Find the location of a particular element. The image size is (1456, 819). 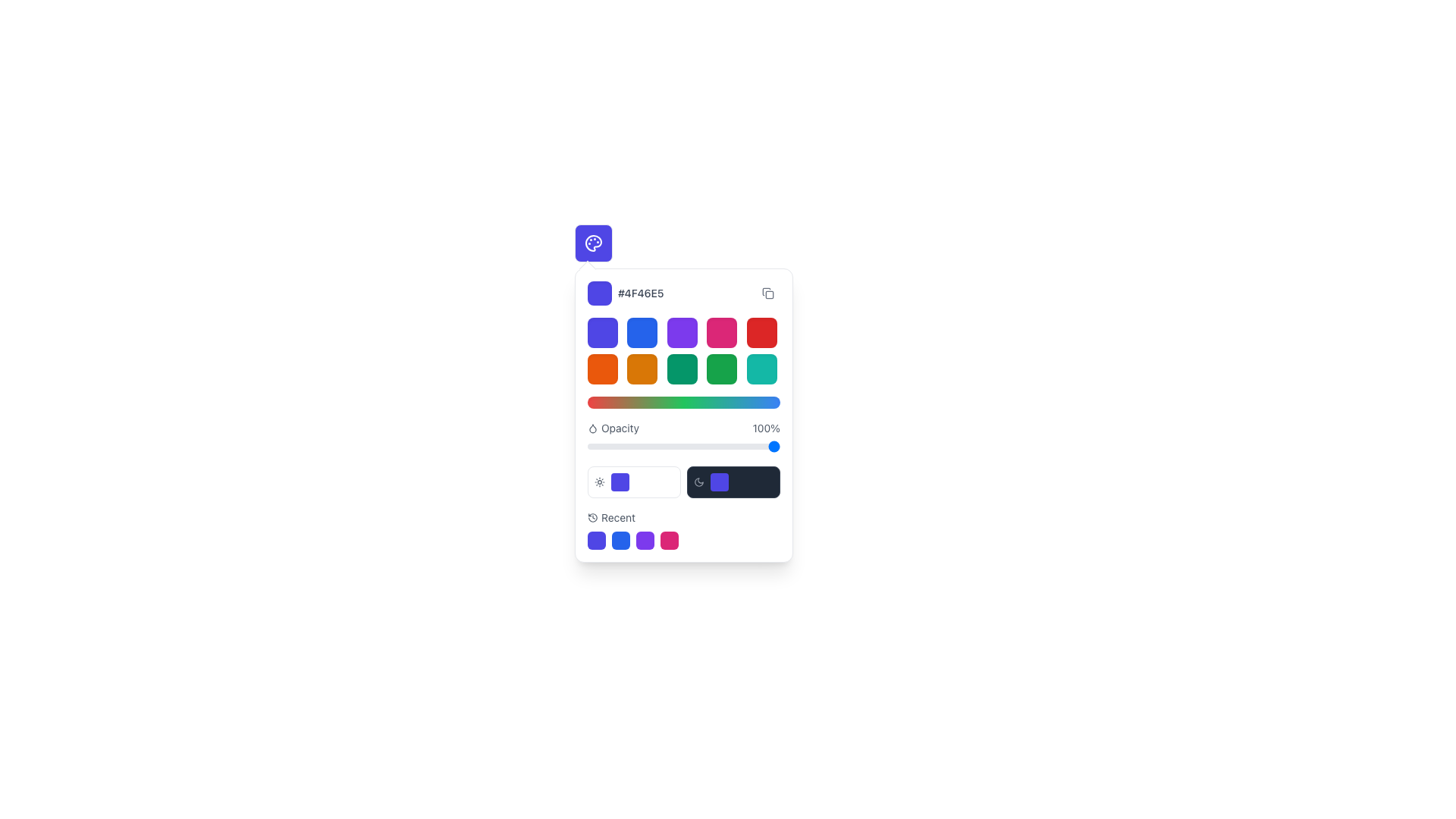

the vibrant pink square button with rounded corners is located at coordinates (721, 332).